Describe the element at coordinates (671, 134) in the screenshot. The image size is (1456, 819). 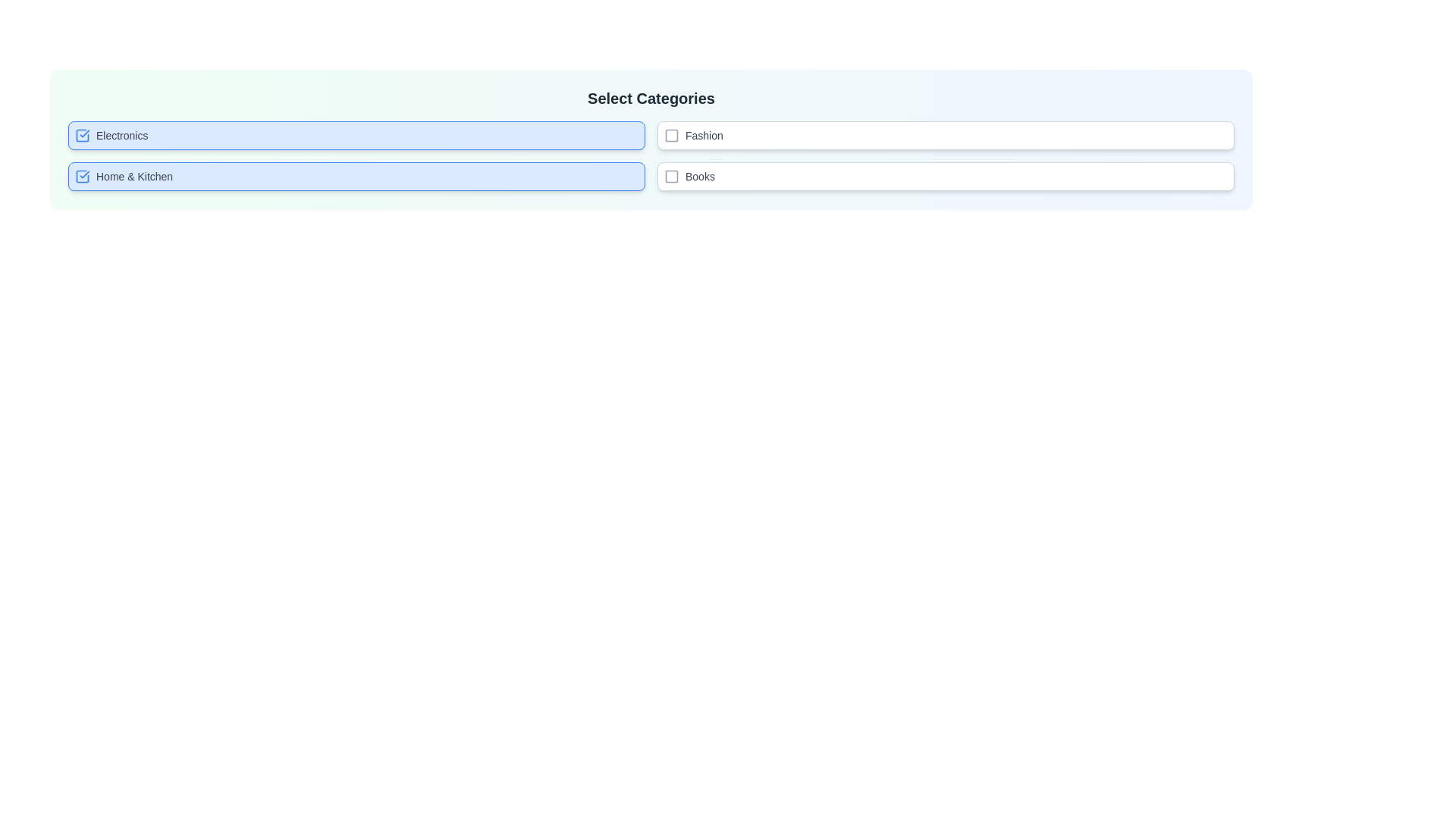
I see `the rounded square gray icon located to the left of the text 'Fashion'` at that location.